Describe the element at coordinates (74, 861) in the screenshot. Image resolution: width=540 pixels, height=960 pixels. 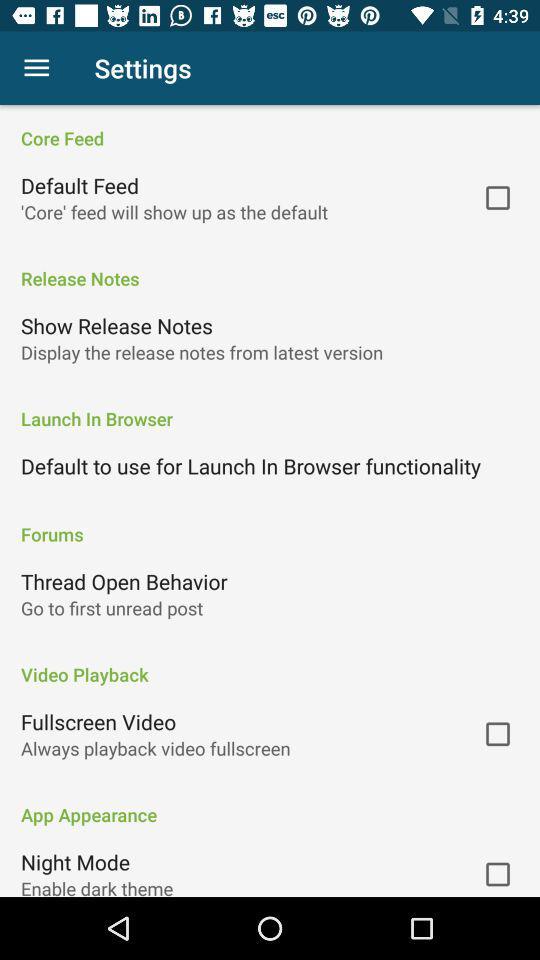
I see `the item below the app appearance` at that location.